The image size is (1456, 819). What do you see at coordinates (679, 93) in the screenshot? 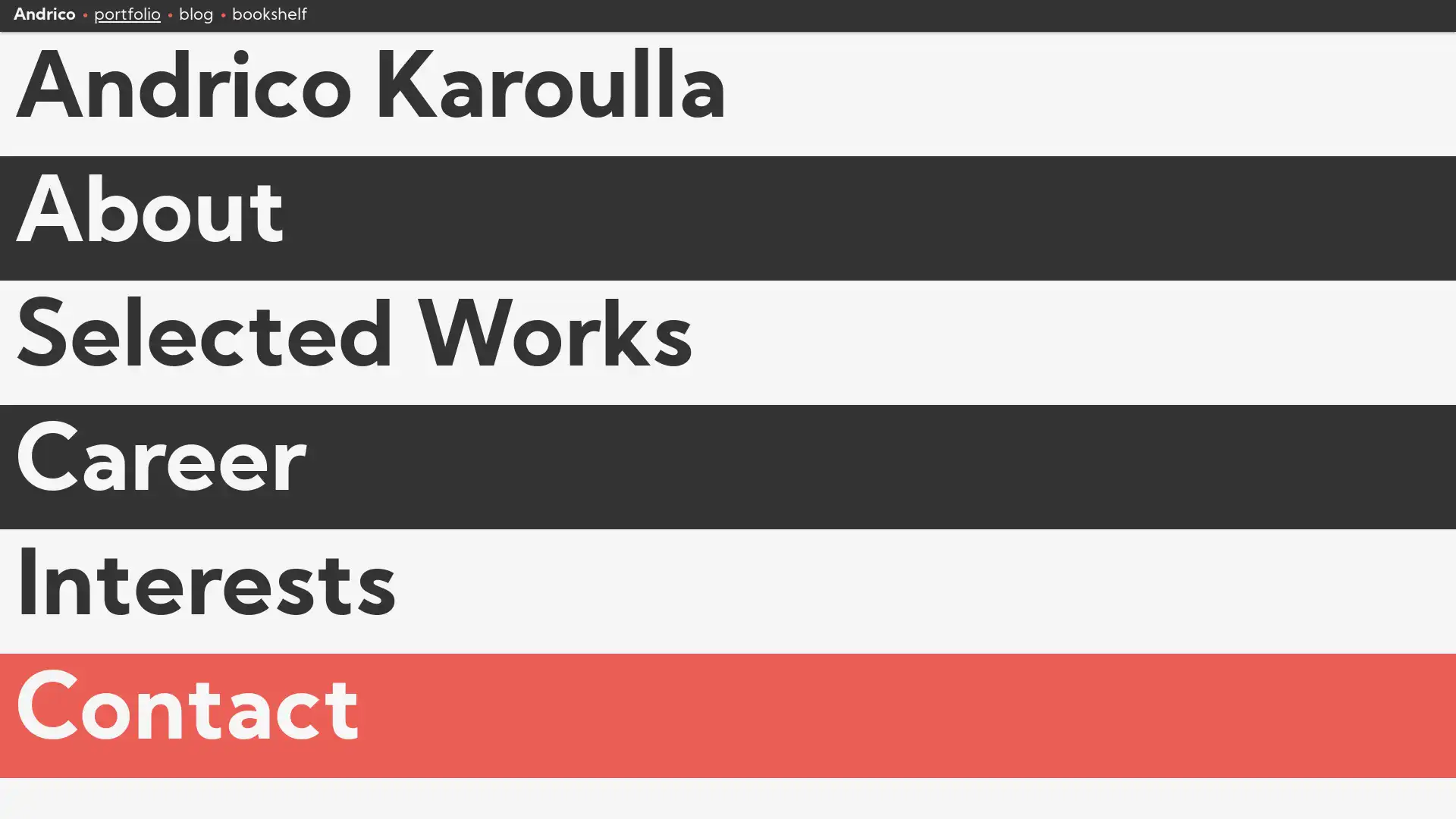
I see `Andrico Karoulla` at bounding box center [679, 93].